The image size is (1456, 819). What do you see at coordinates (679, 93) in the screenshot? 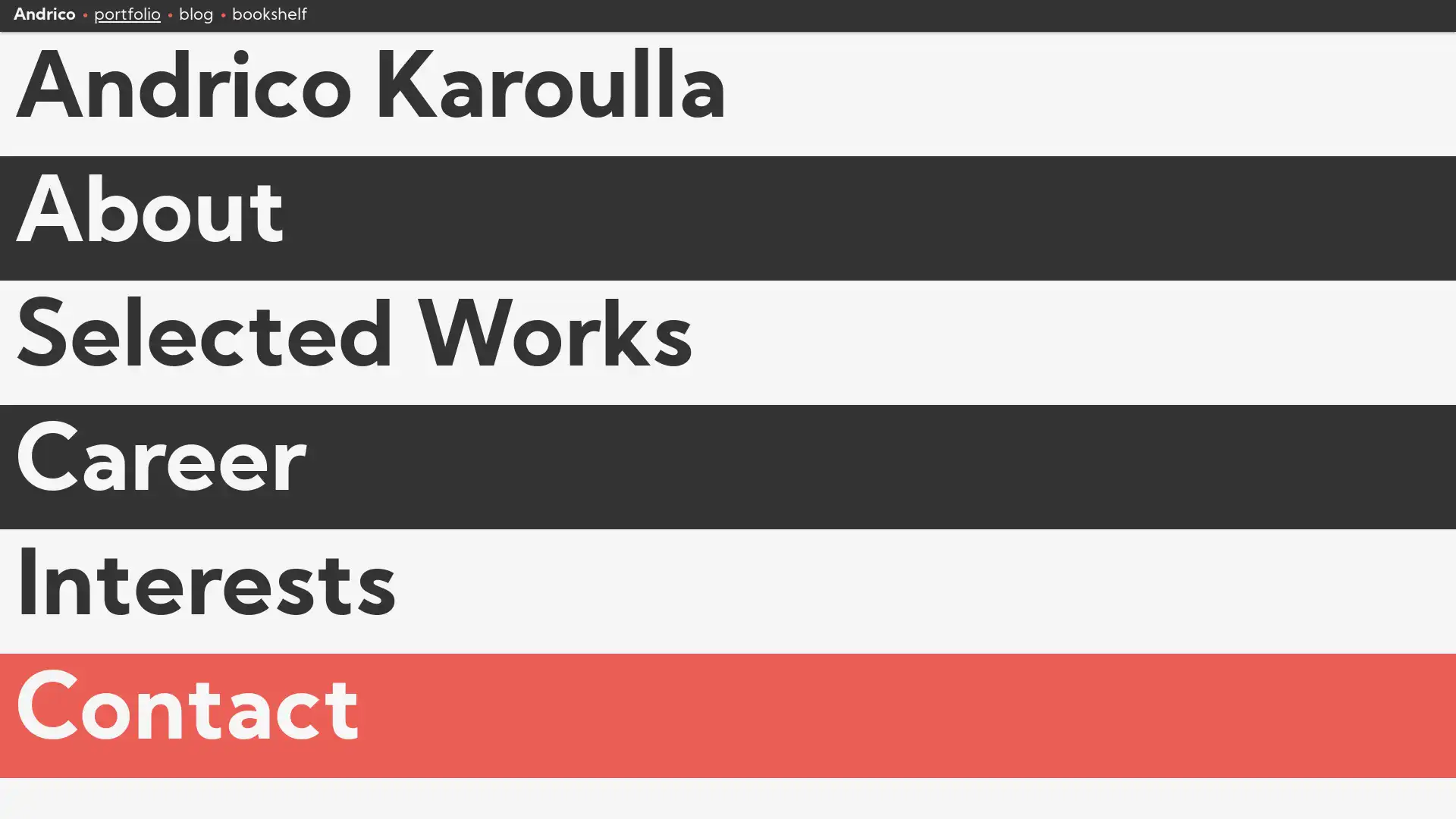
I see `Andrico Karoulla` at bounding box center [679, 93].